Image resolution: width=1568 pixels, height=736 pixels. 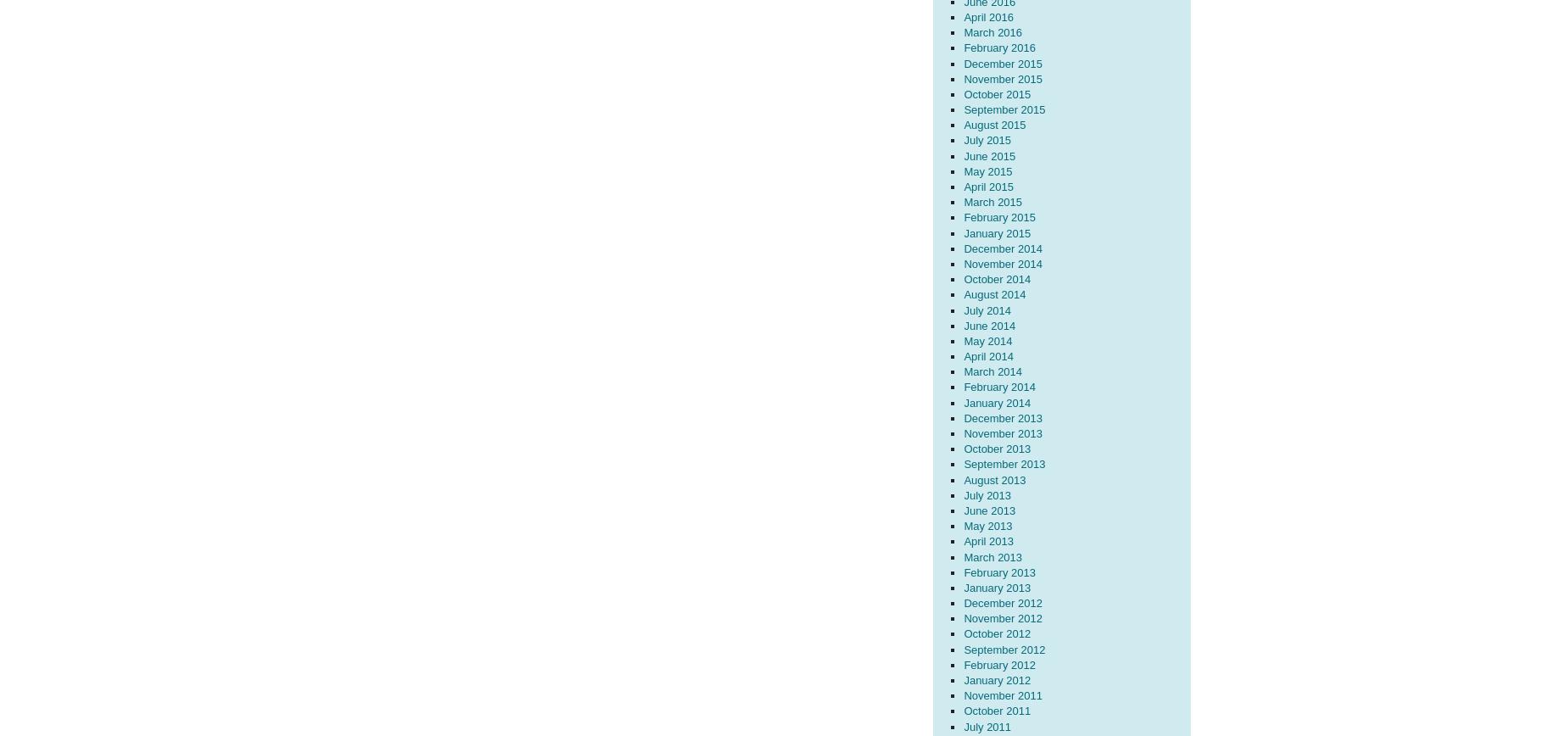 What do you see at coordinates (963, 433) in the screenshot?
I see `'November 2013'` at bounding box center [963, 433].